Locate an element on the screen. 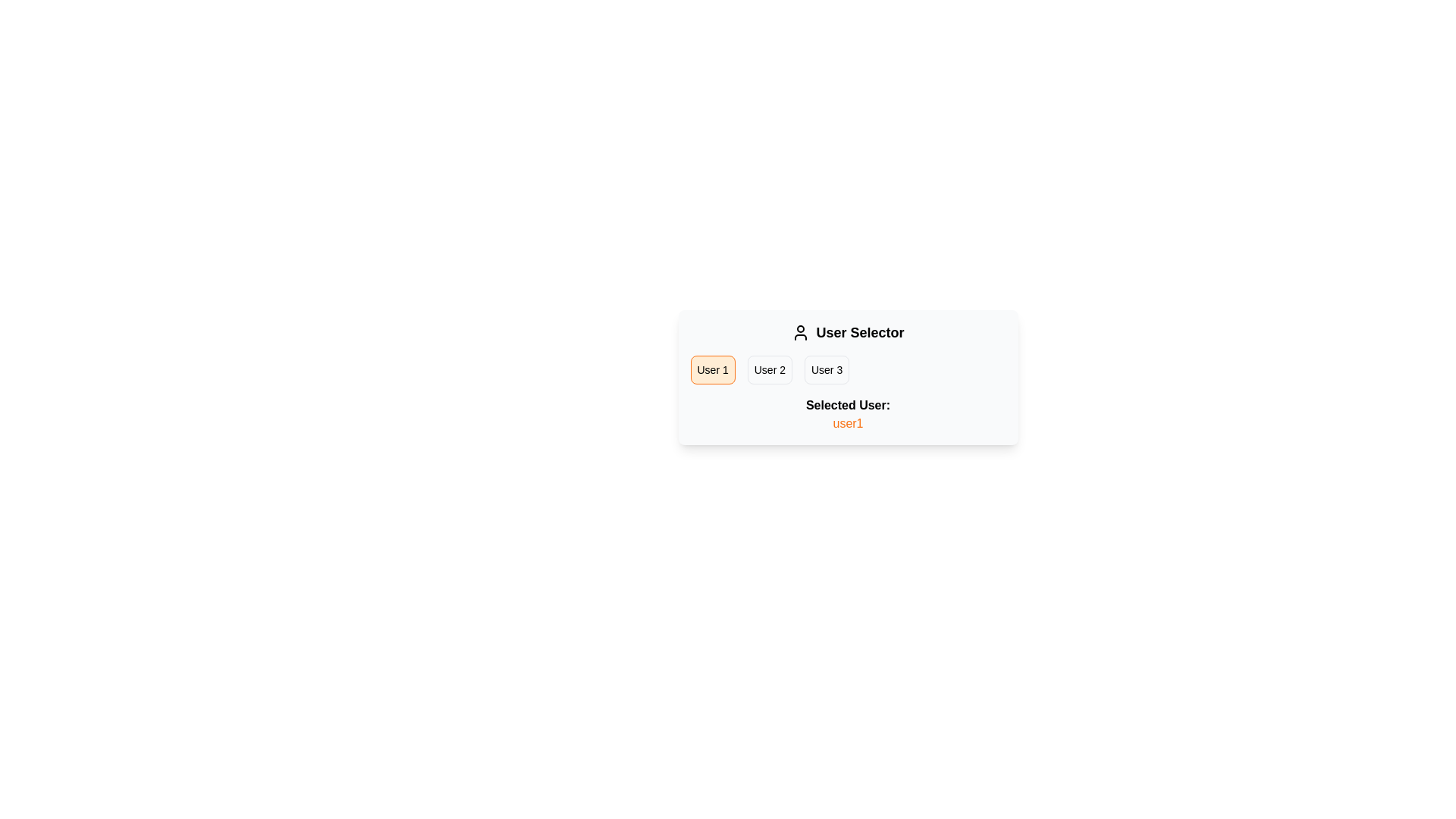 The image size is (1456, 819). the button that allows users to select 'User 3' for keyboard navigation is located at coordinates (826, 370).